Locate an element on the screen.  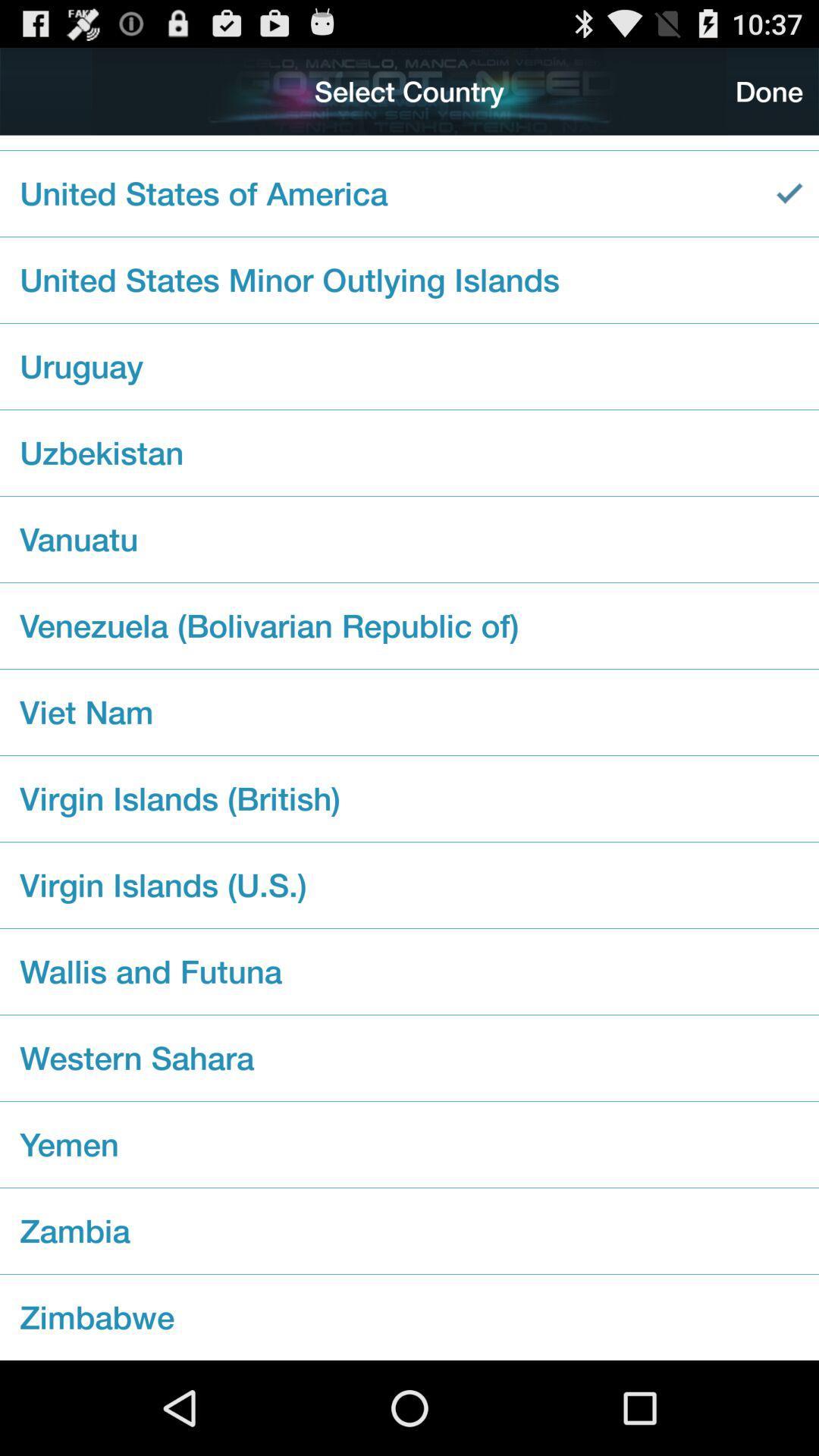
zambia item is located at coordinates (409, 1231).